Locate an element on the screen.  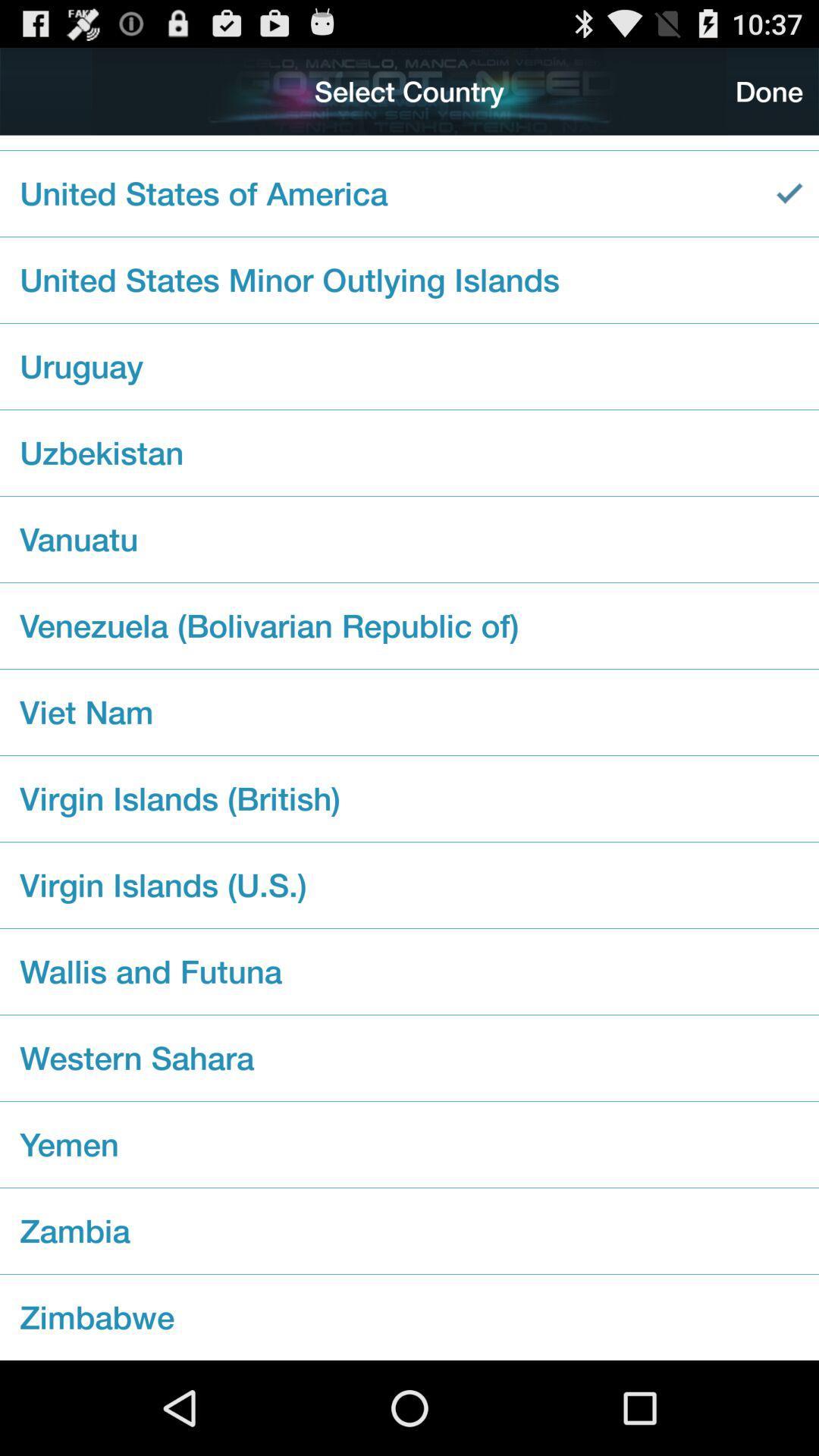
zambia item is located at coordinates (409, 1231).